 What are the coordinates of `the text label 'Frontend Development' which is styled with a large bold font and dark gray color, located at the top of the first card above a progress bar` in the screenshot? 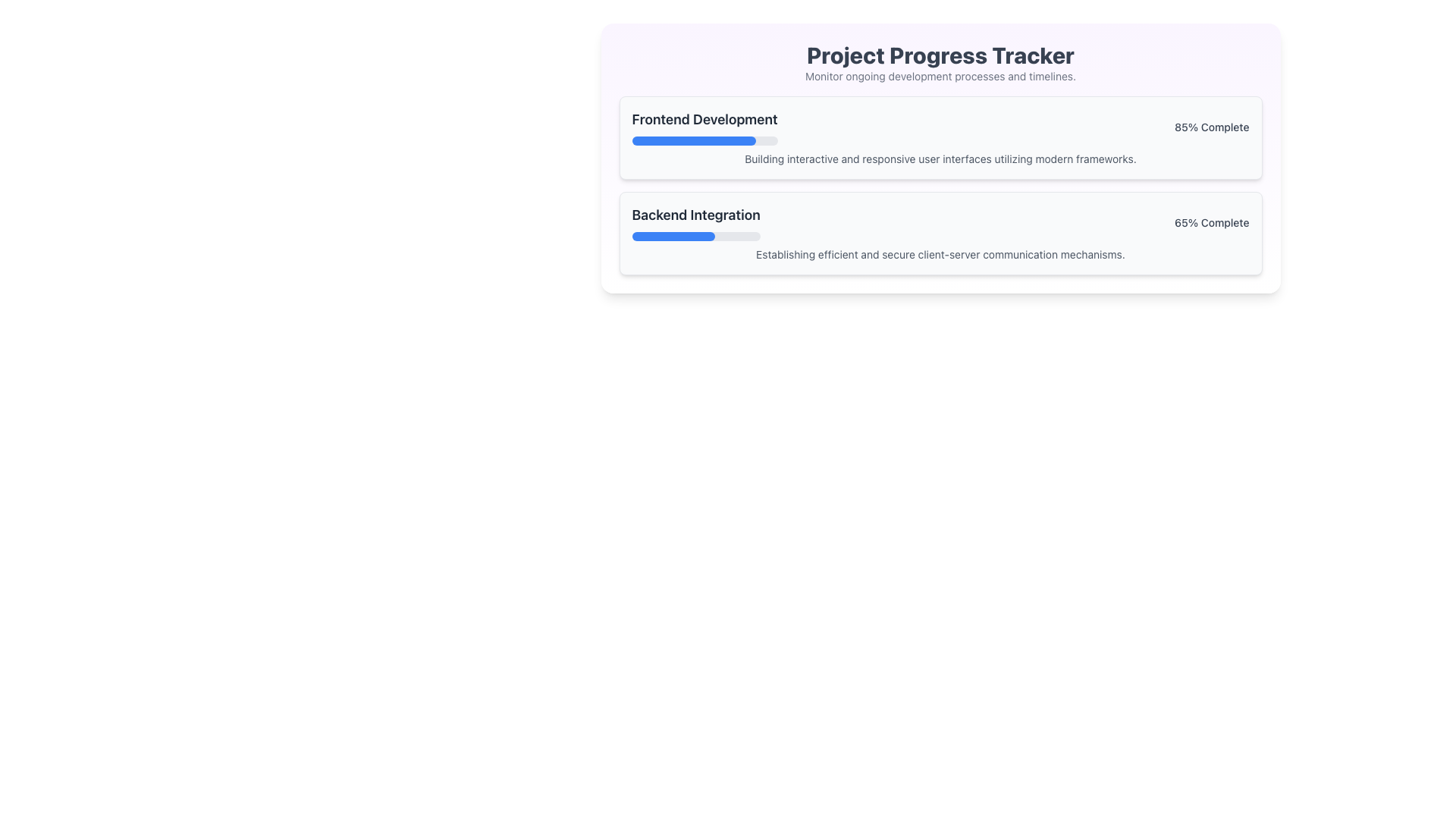 It's located at (704, 119).